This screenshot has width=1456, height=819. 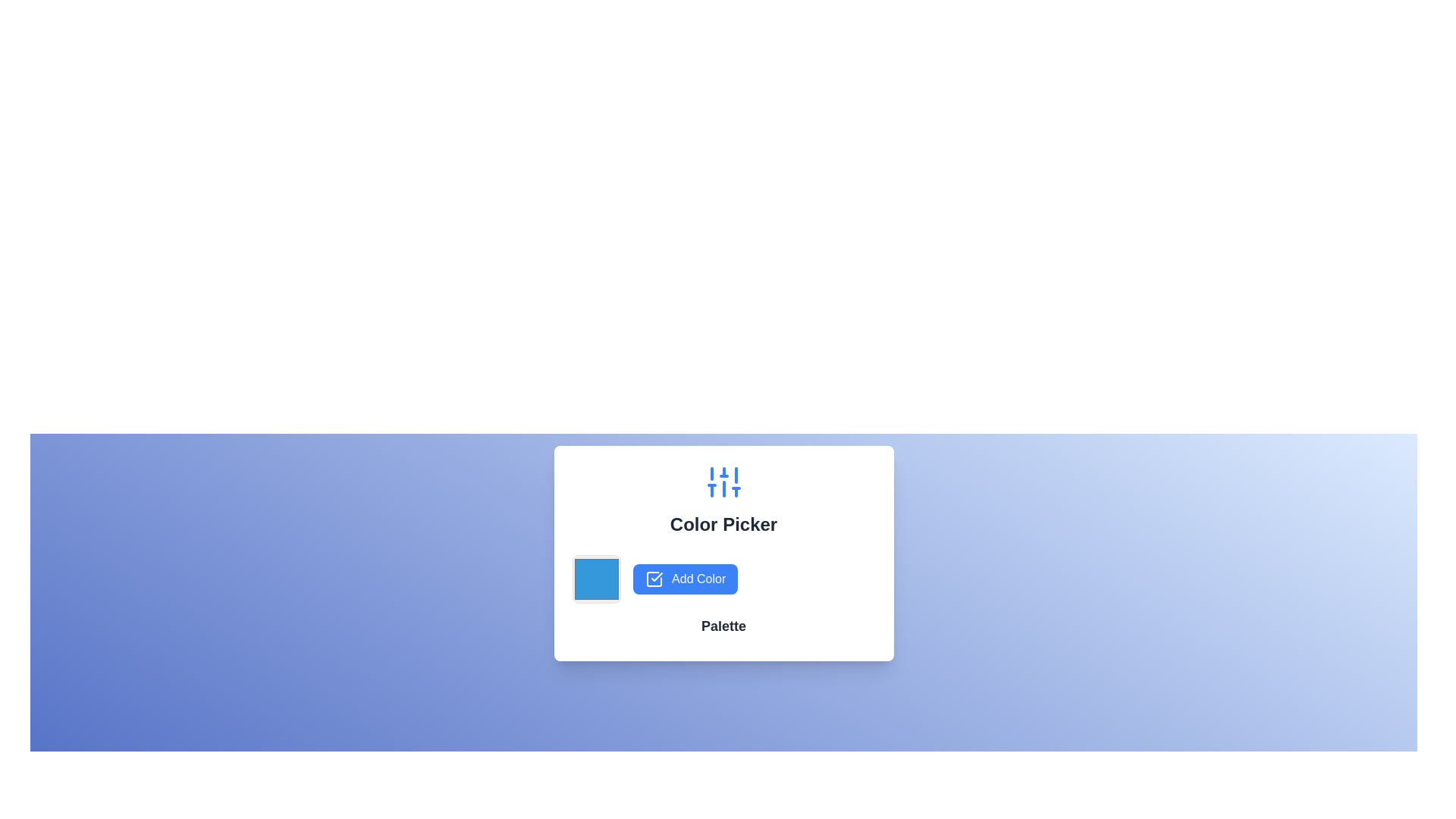 I want to click on the text label that serves as a title for the color selection section, located just below the vertical icon and above the 'Add Color' blue button, so click(x=723, y=523).